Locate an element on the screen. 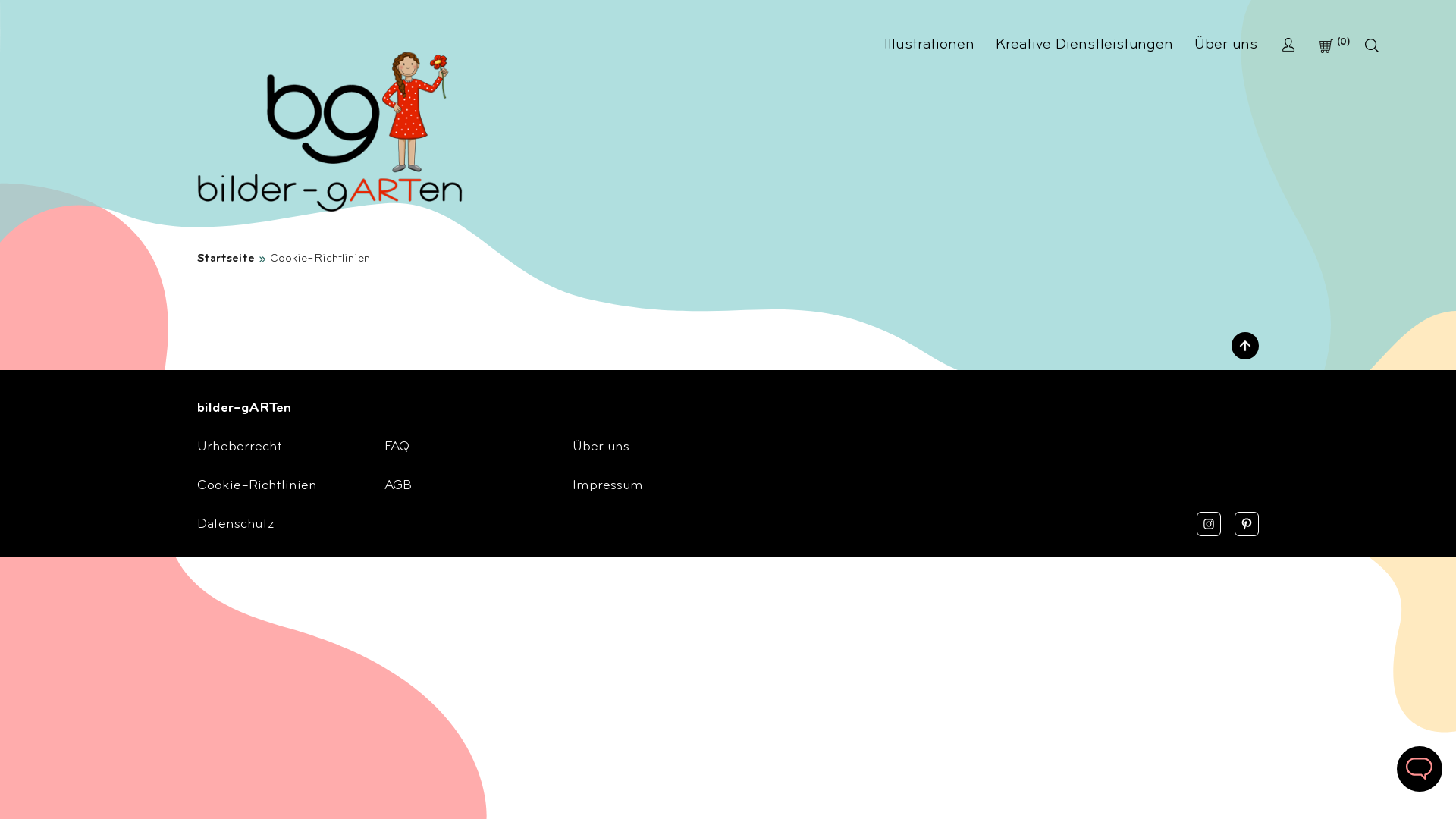 Image resolution: width=1456 pixels, height=819 pixels. 'FAQ' is located at coordinates (397, 447).